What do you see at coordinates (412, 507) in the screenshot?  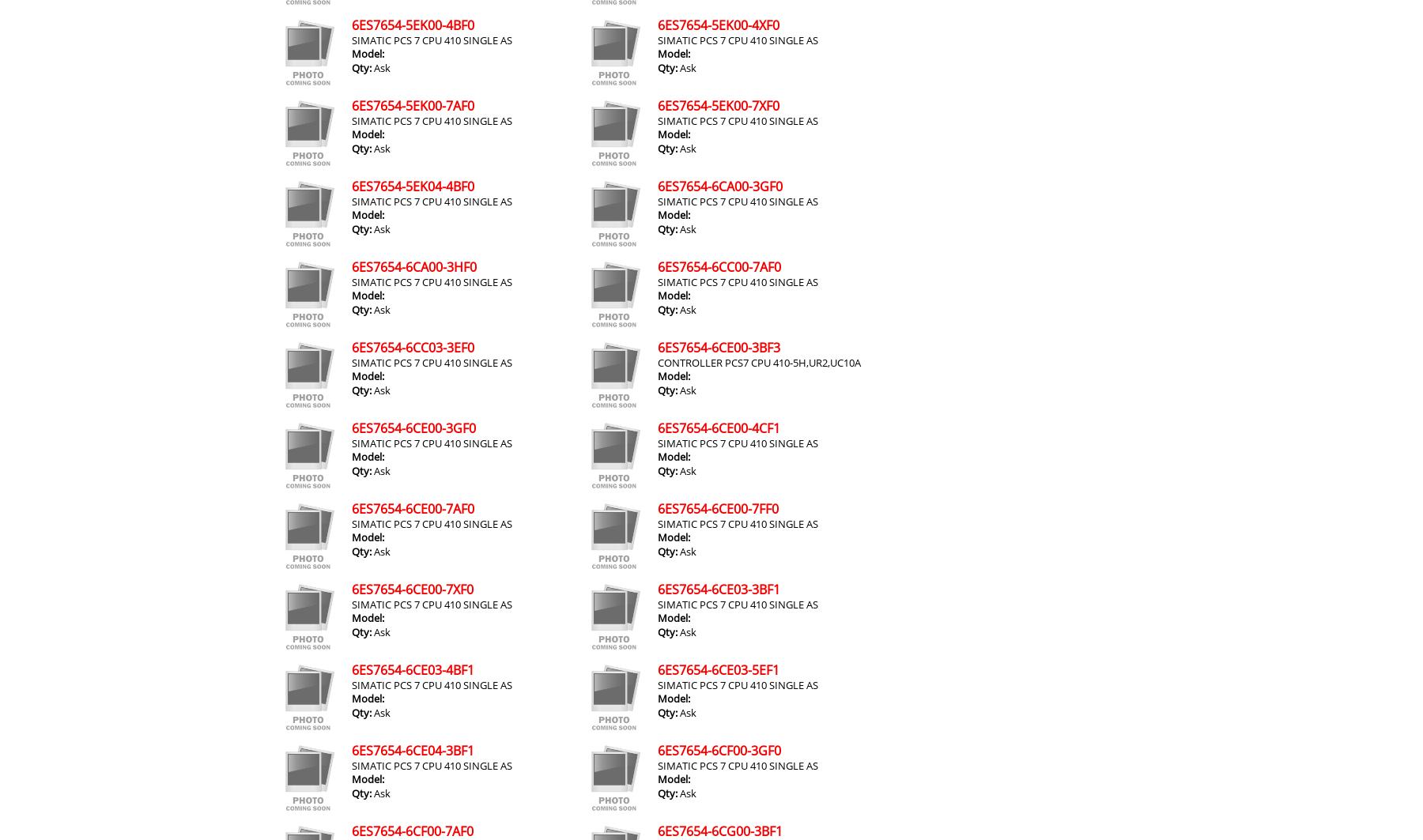 I see `'6ES7654-6CE00-7AF0'` at bounding box center [412, 507].